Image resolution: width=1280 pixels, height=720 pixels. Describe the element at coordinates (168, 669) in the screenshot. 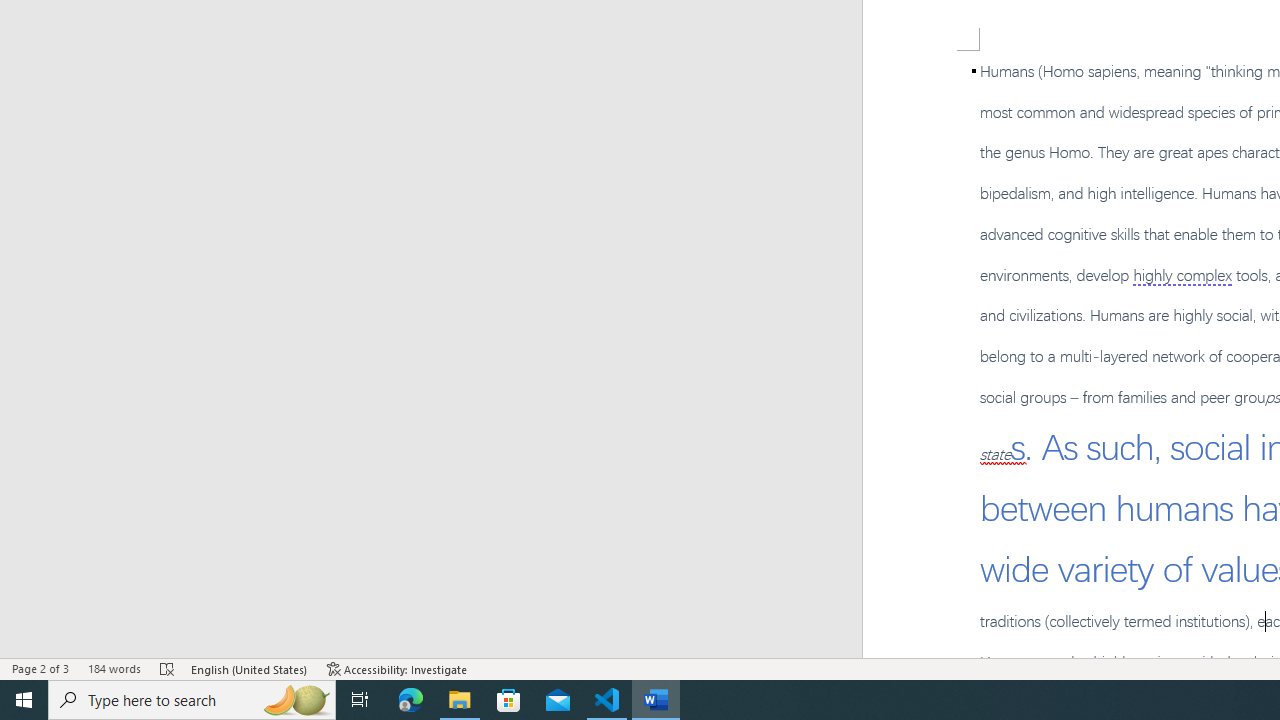

I see `'Spelling and Grammar Check Errors'` at that location.